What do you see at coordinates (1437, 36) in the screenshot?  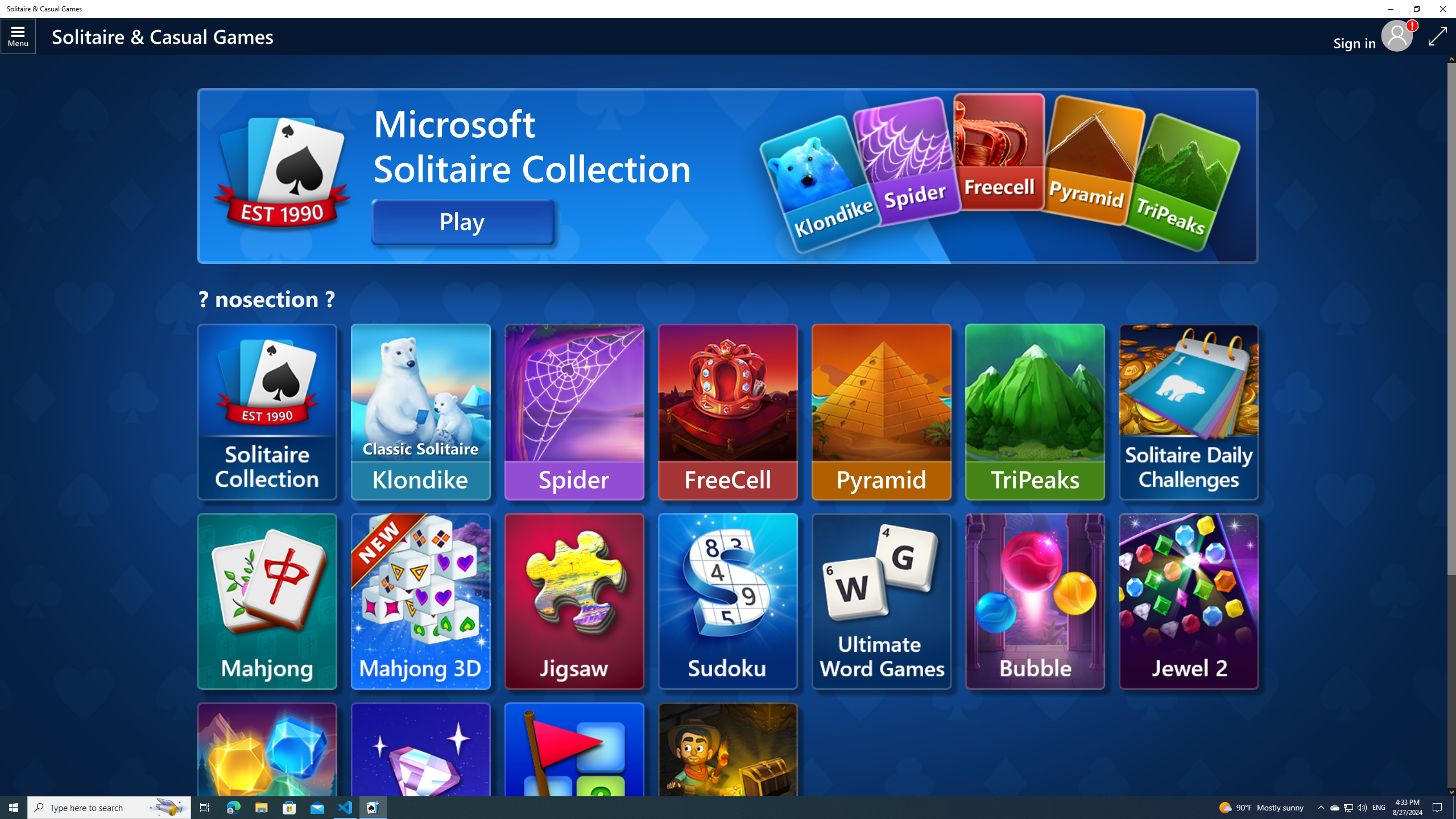 I see `'Full Screen View'` at bounding box center [1437, 36].